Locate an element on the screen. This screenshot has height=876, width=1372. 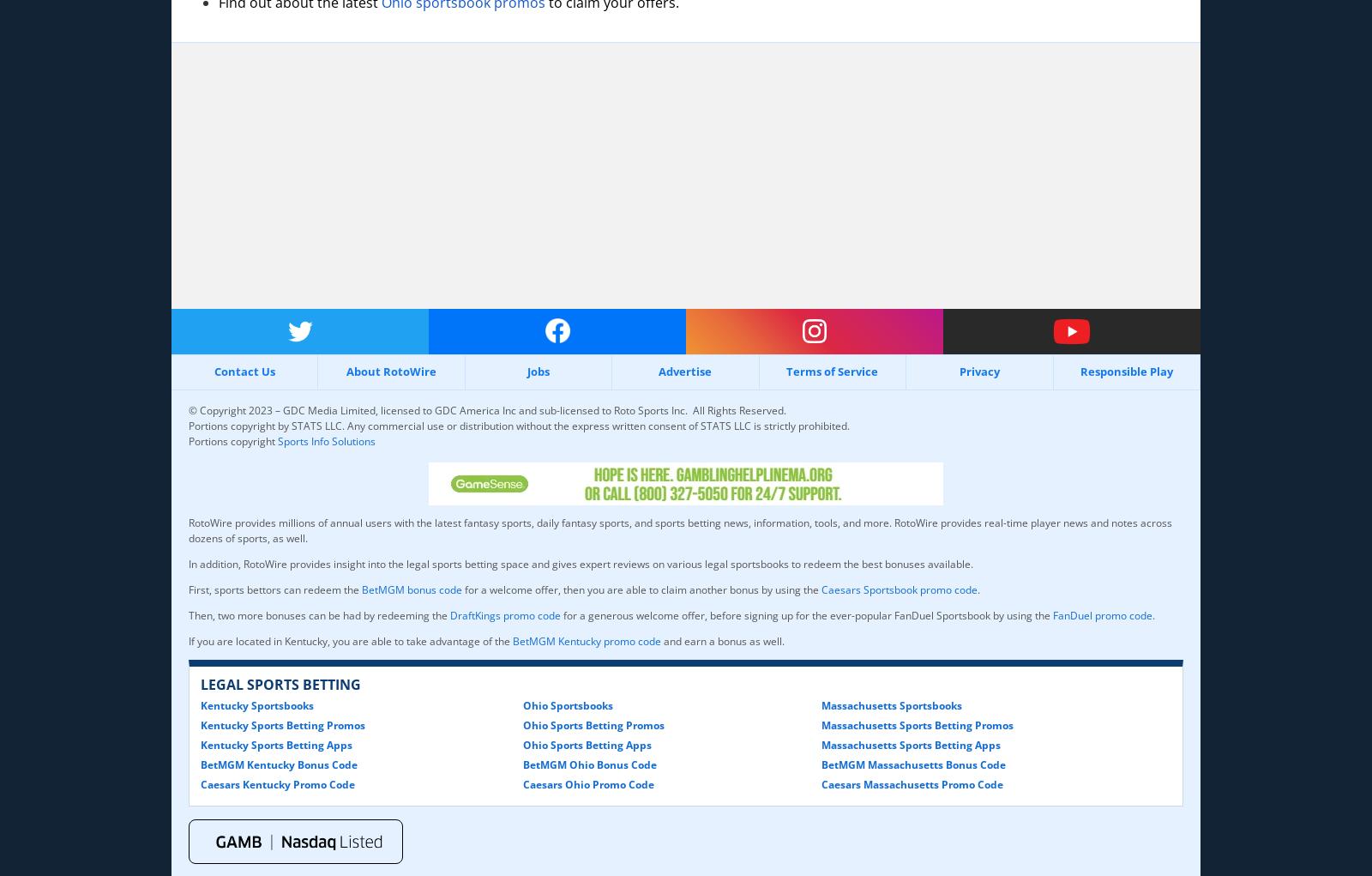
'If you are located in Kentucky, you are able to take advantage of the' is located at coordinates (189, 639).